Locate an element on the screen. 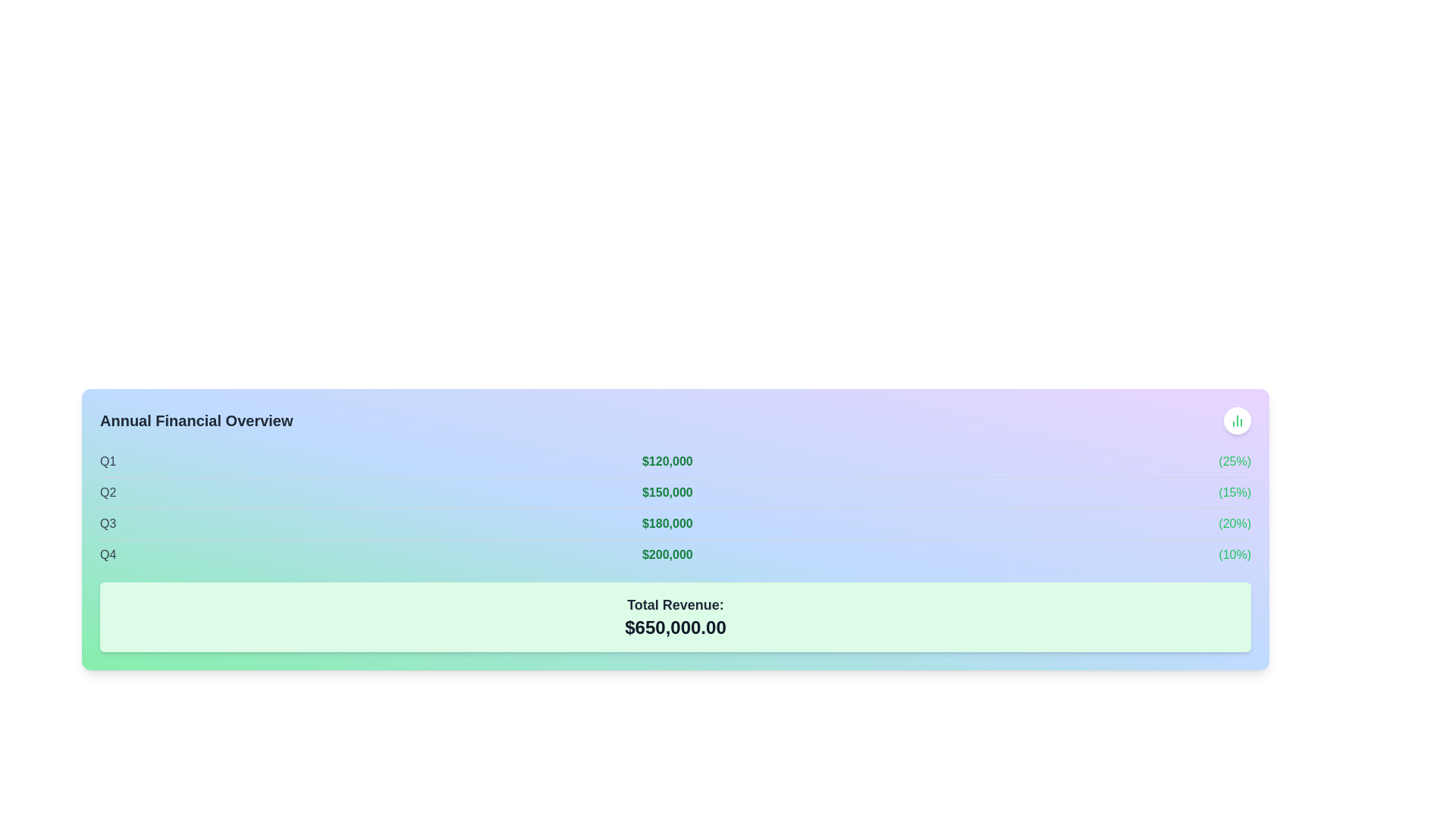  the Text label that displays the percentage growth or allocation associated with the "$150,000" revenue of Q2 in the financial overview table, located in the second row and to the far right of the row is located at coordinates (1235, 493).